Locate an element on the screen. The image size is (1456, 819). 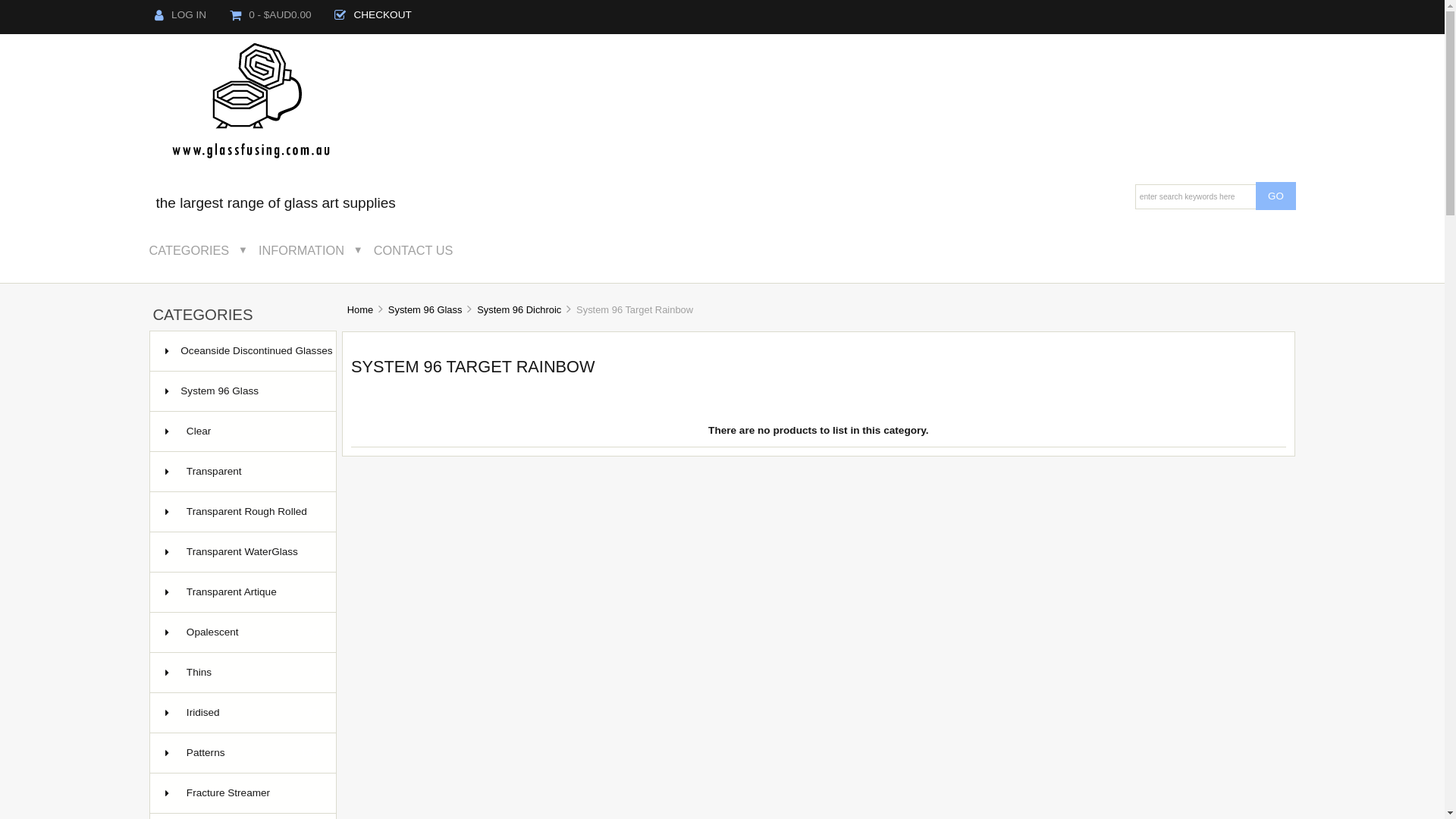
'  Transparent Rough Rolled is located at coordinates (149, 512).